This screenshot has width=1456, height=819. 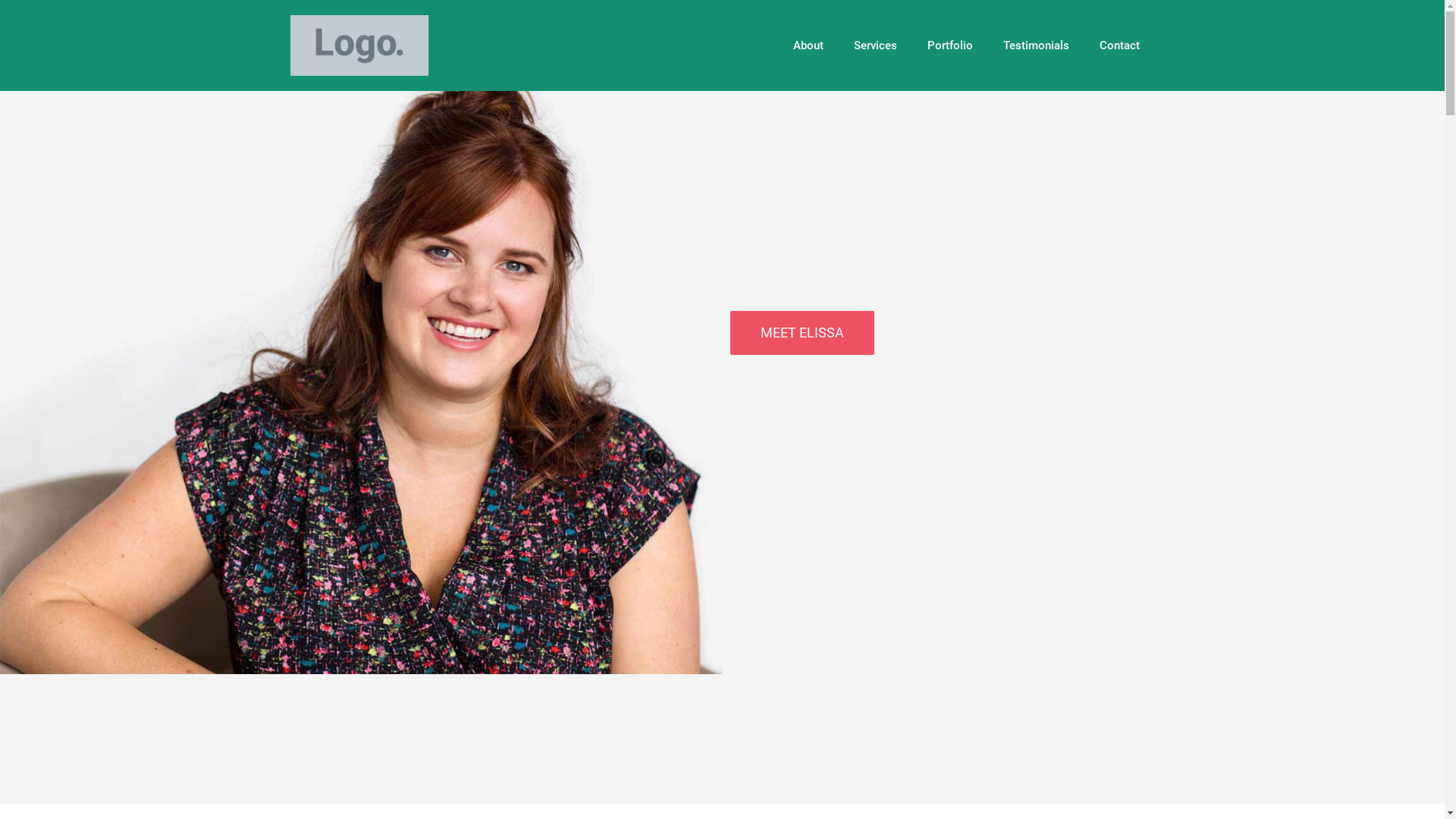 I want to click on 'Testimonials', so click(x=987, y=45).